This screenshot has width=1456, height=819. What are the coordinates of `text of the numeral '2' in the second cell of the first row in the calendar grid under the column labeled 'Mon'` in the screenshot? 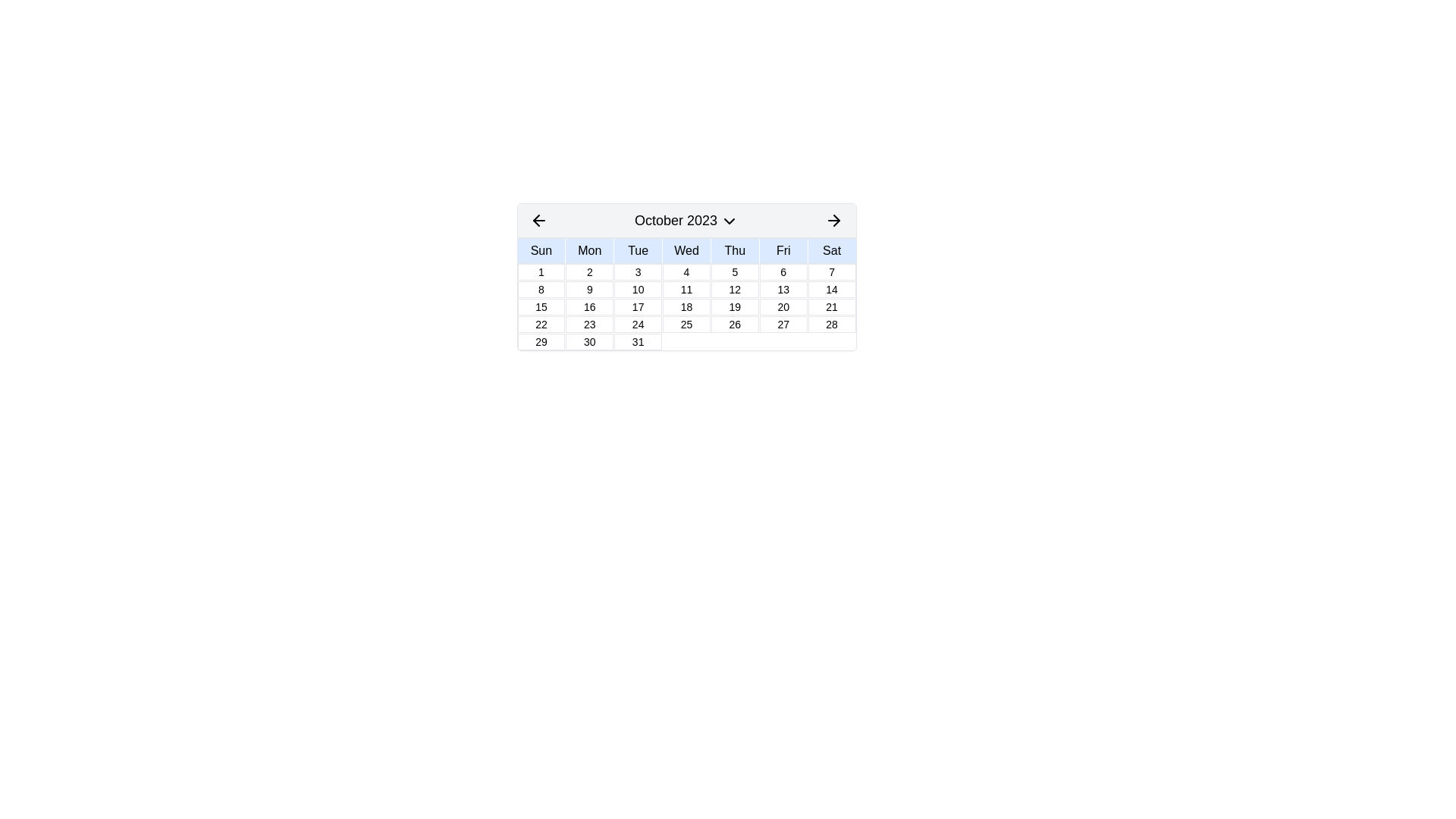 It's located at (588, 271).